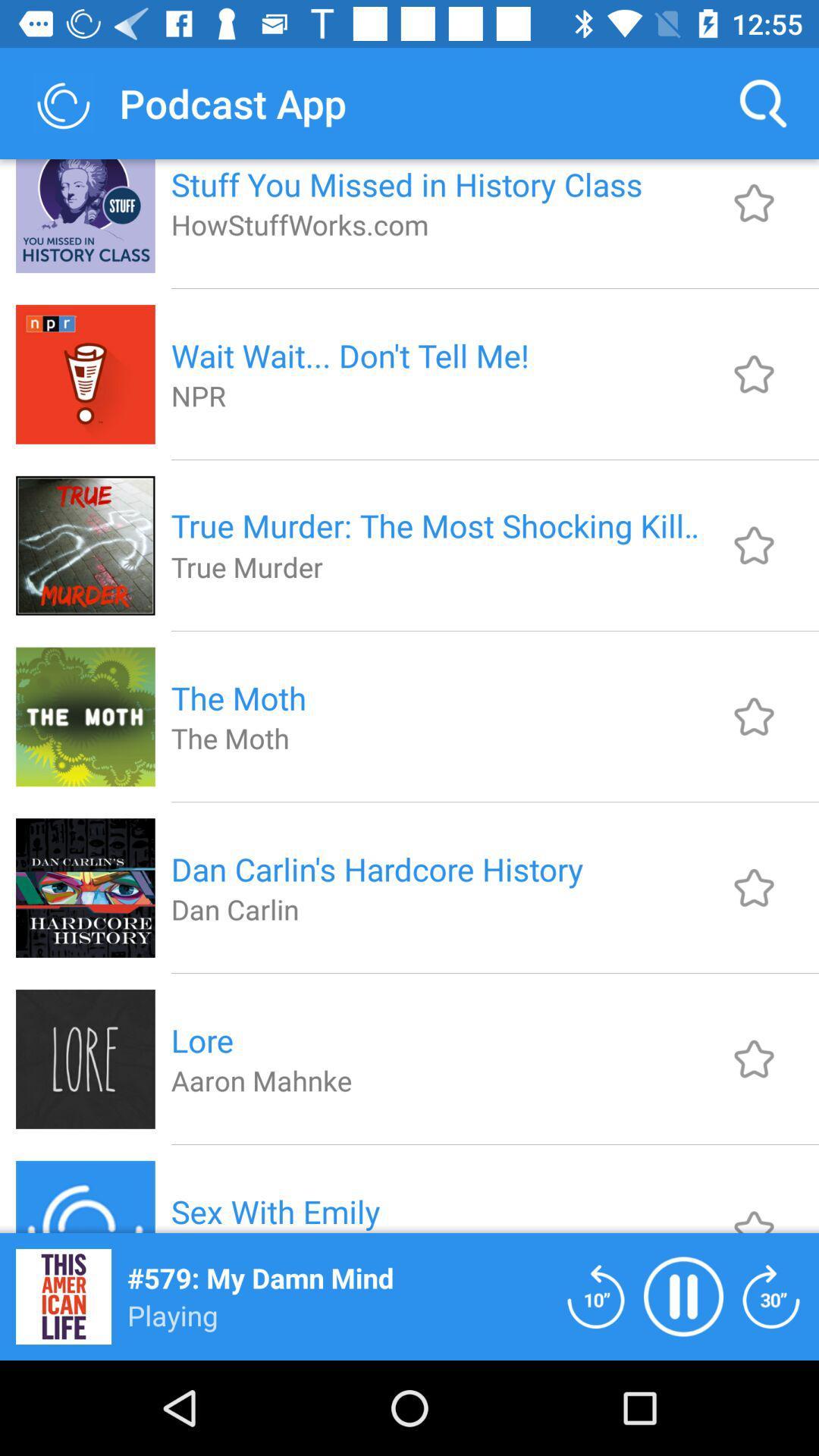 The image size is (819, 1456). I want to click on the podcast, so click(754, 1208).